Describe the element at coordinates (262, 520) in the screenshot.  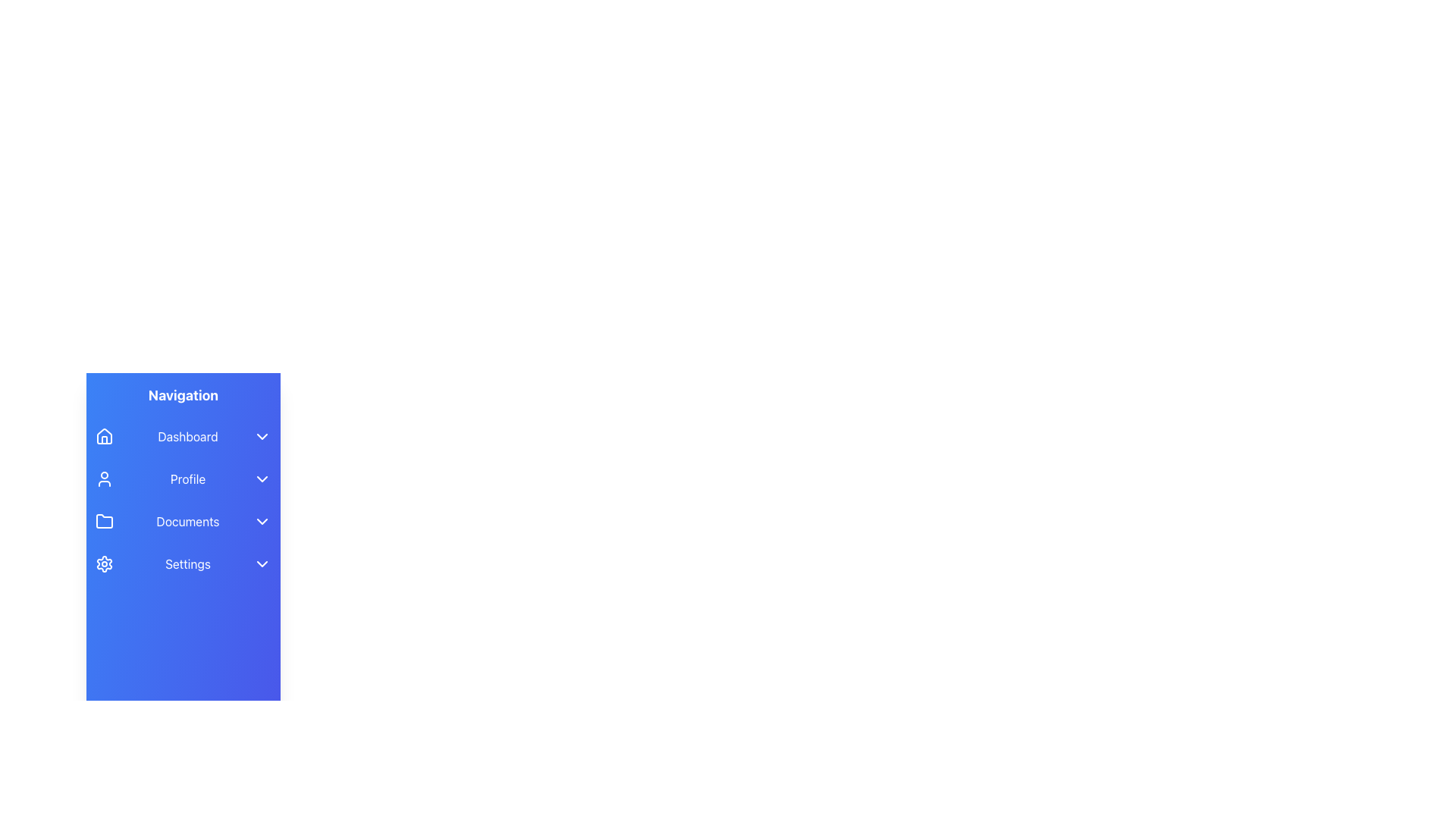
I see `the downward-facing chevron icon with three white lines on a blue background` at that location.